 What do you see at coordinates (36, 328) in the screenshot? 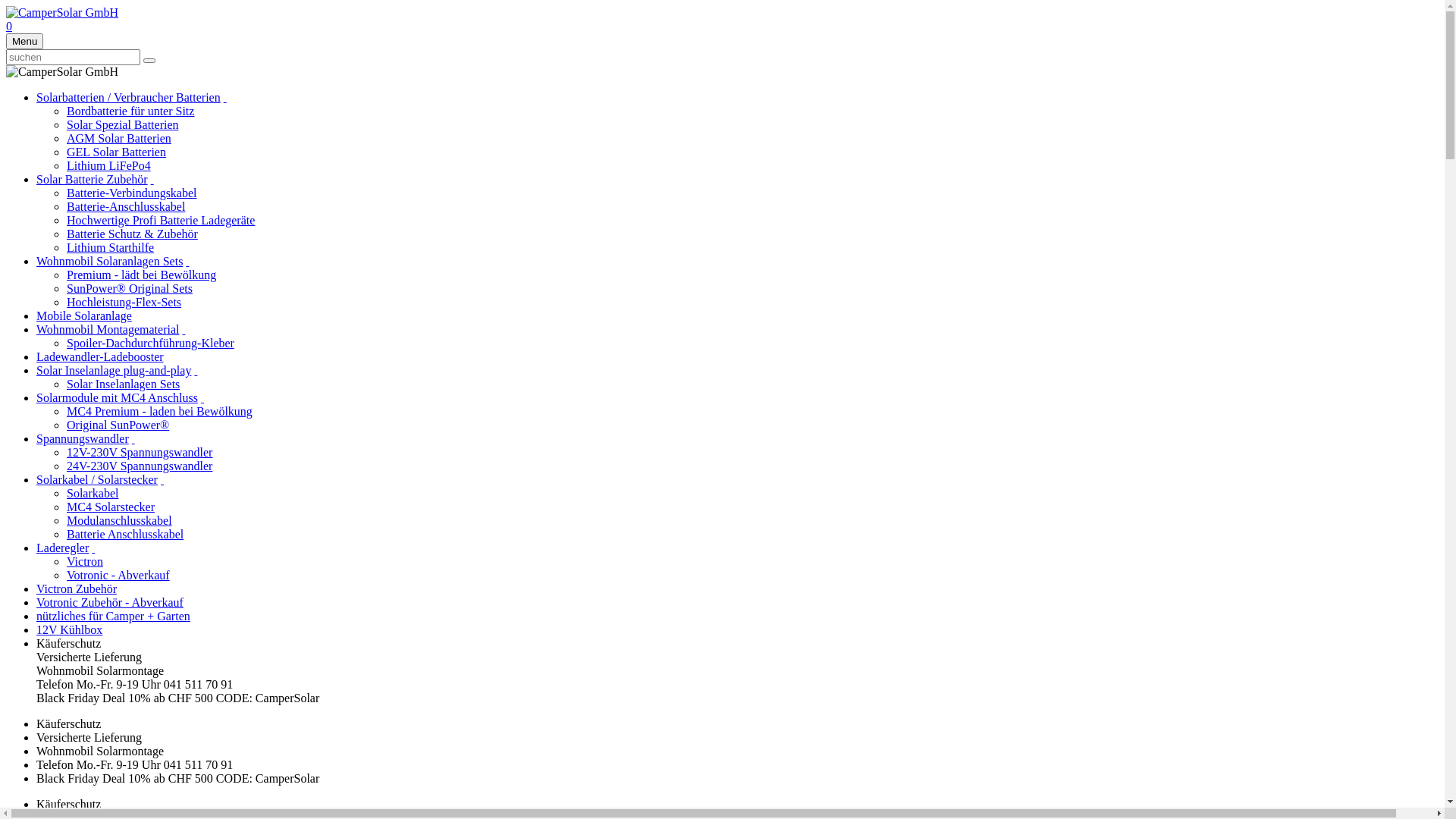
I see `'Wohnmobil Montagematerial'` at bounding box center [36, 328].